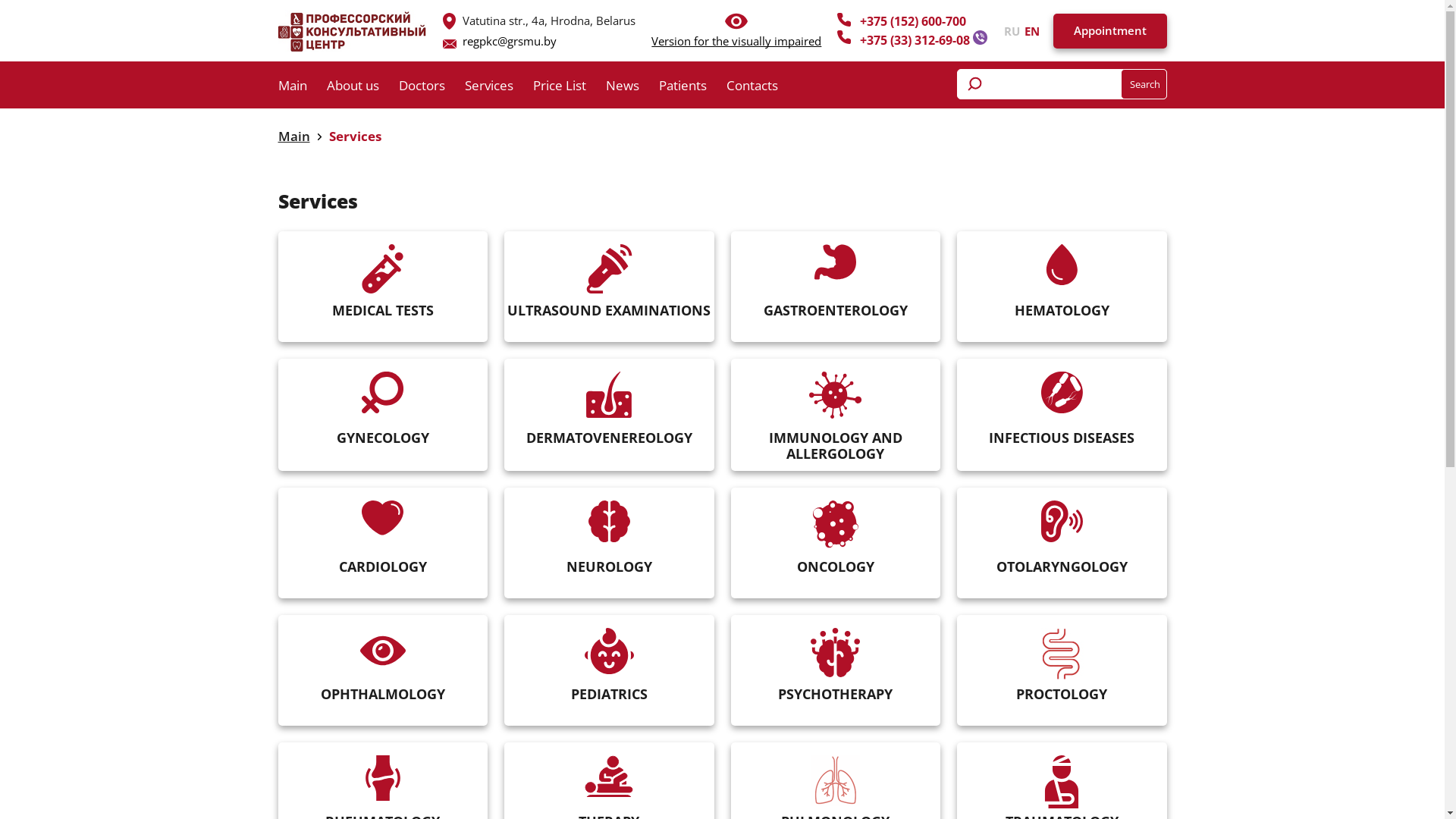 The height and width of the screenshot is (819, 1456). I want to click on 'Doctors', so click(431, 88).